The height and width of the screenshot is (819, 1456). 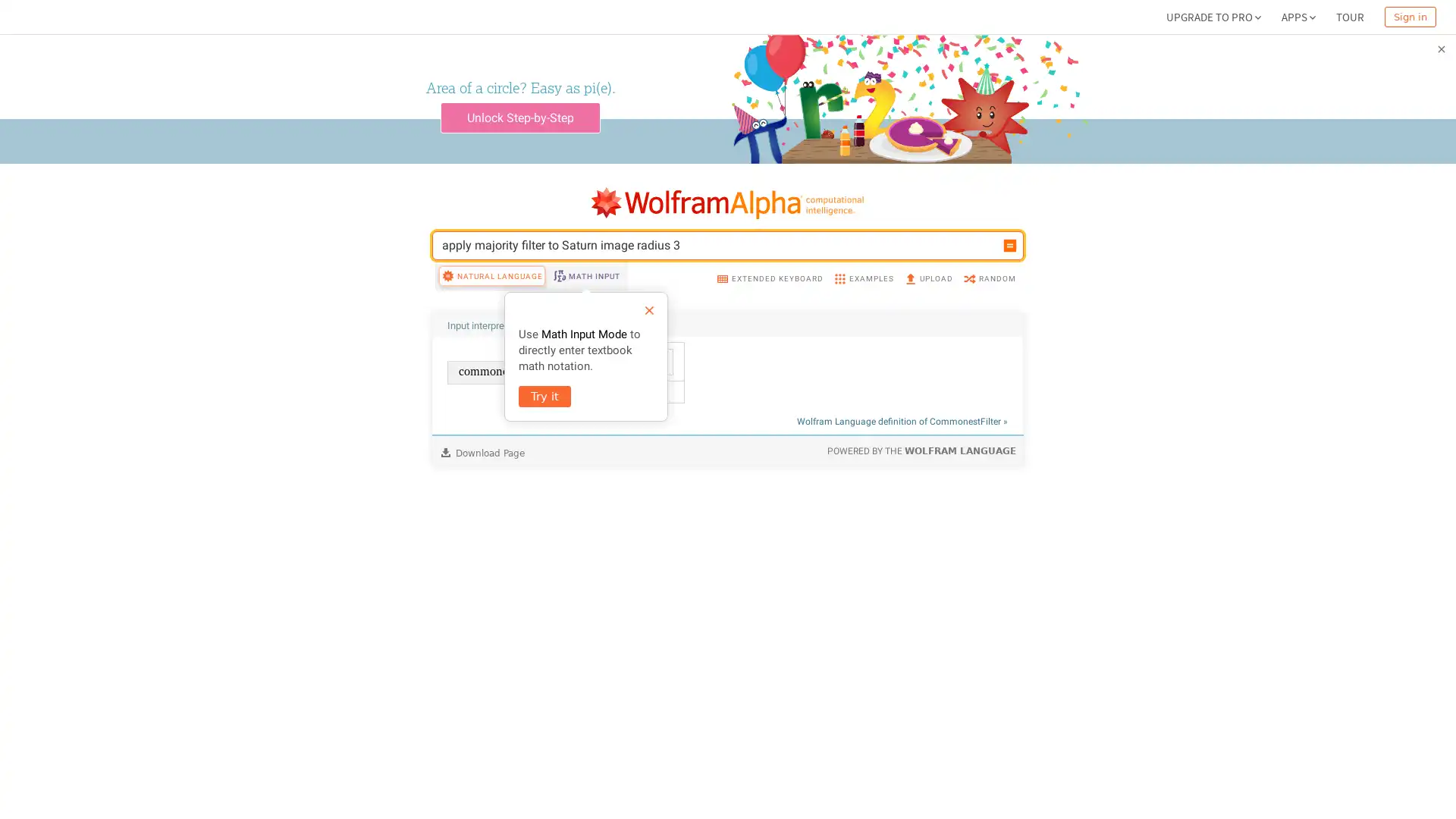 I want to click on EXTENDED KEYBOARD, so click(x=769, y=307).